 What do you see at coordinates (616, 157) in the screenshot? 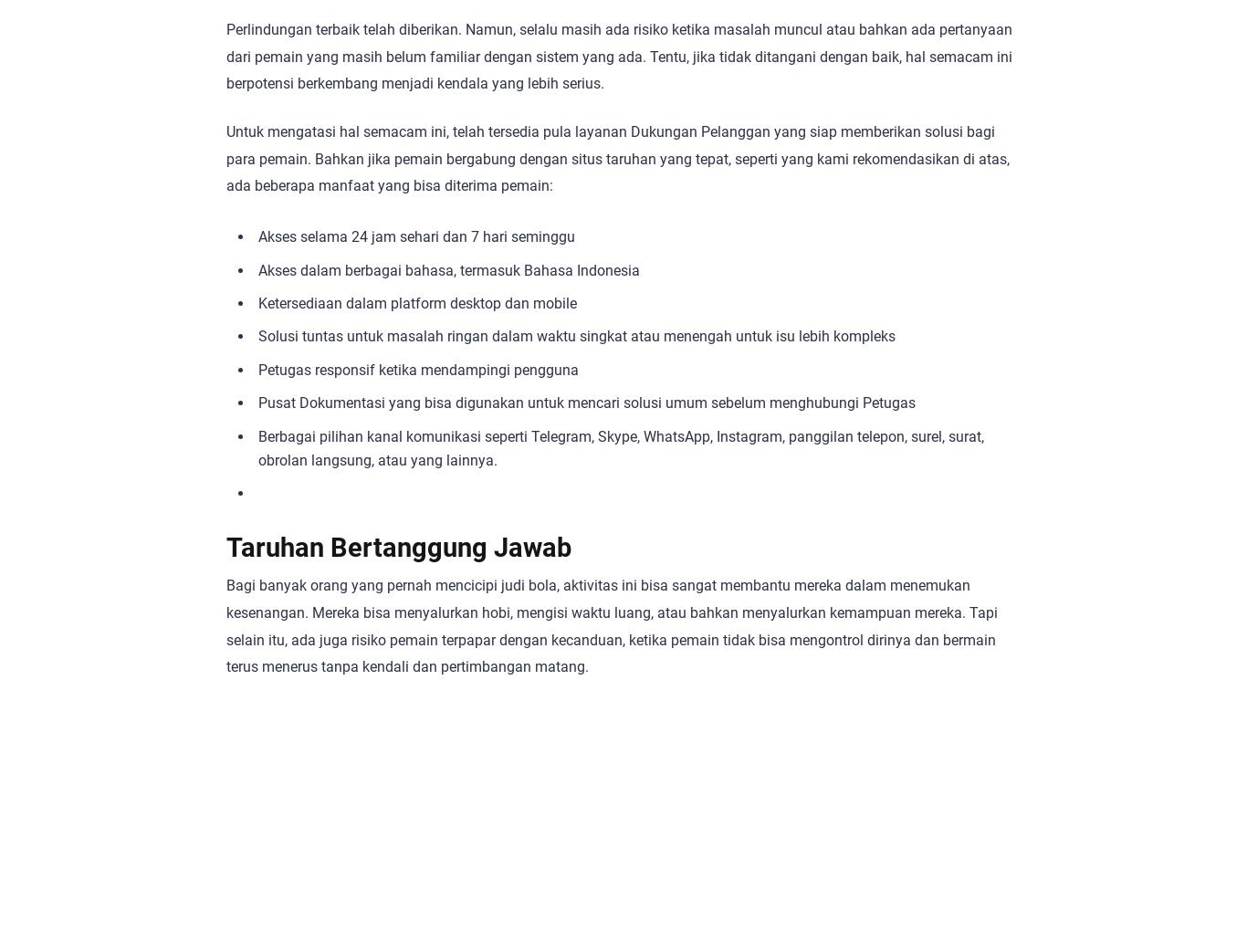
I see `'Untuk mengatasi hal semacam ini, telah tersedia pula layanan Dukungan Pelanggan yang siap memberikan solusi bagi para pemain. Bahkan jika pemain bergabung dengan situs taruhan yang tepat, seperti yang kami rekomendasikan di atas, ada beberapa manfaat yang bisa diterima pemain:'` at bounding box center [616, 157].